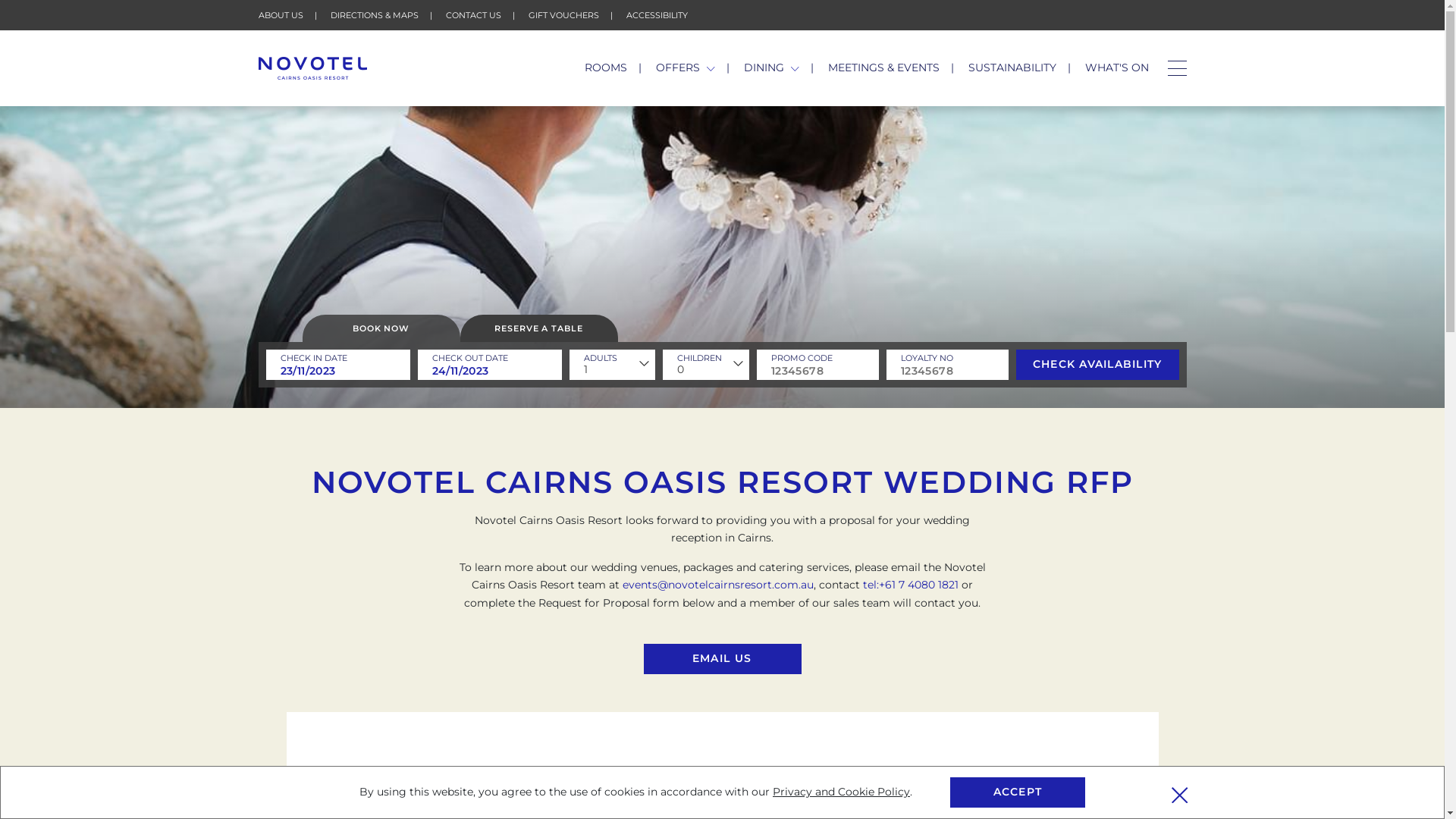 The height and width of the screenshot is (819, 1456). Describe the element at coordinates (604, 67) in the screenshot. I see `'ROOMS'` at that location.